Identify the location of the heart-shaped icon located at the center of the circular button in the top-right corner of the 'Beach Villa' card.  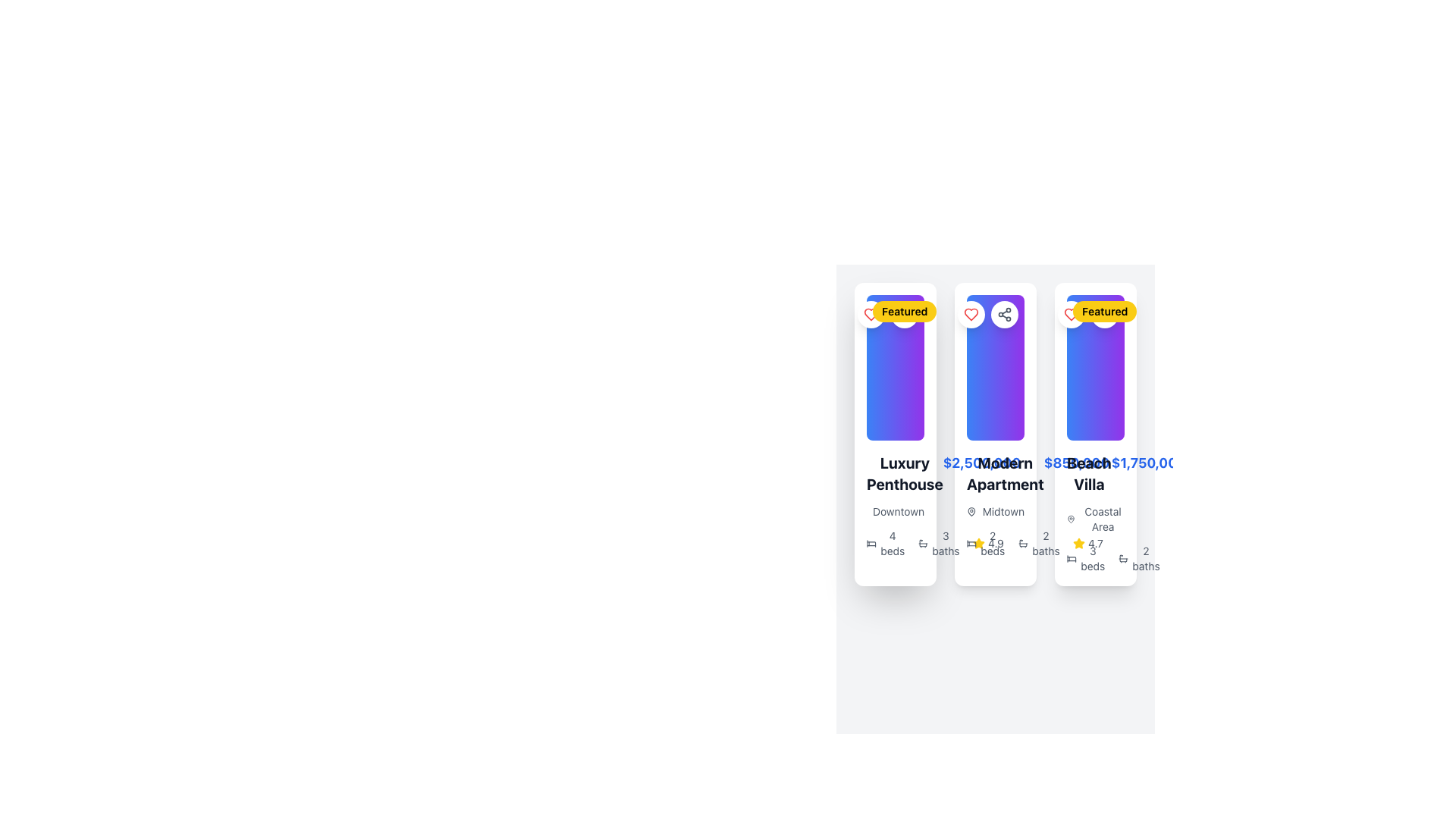
(971, 314).